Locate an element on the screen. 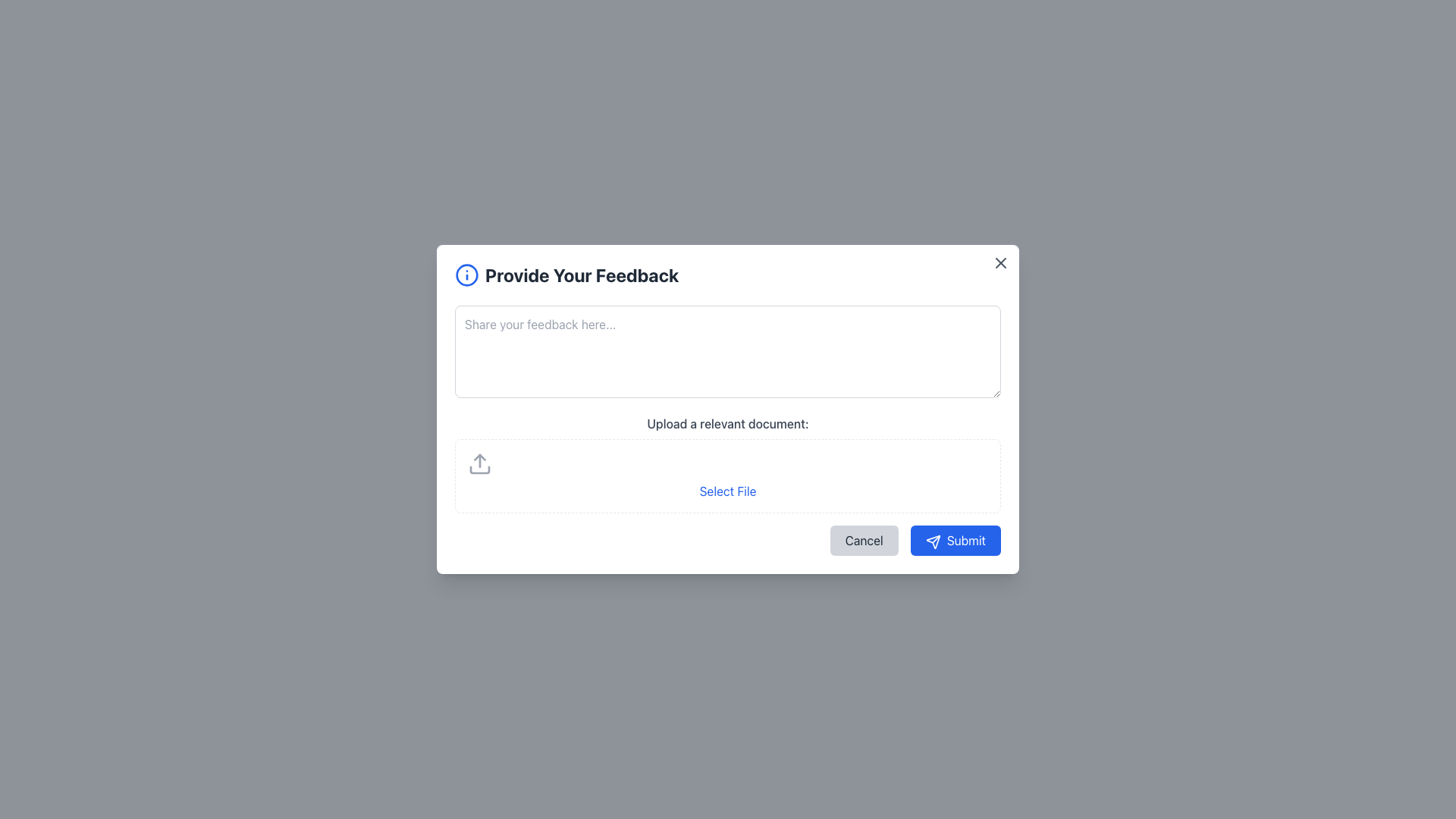 Image resolution: width=1456 pixels, height=819 pixels. the small square-shaped gray button with an 'X' symbol at the top-right corner of the 'Provide Your Feedback' modal is located at coordinates (1001, 262).